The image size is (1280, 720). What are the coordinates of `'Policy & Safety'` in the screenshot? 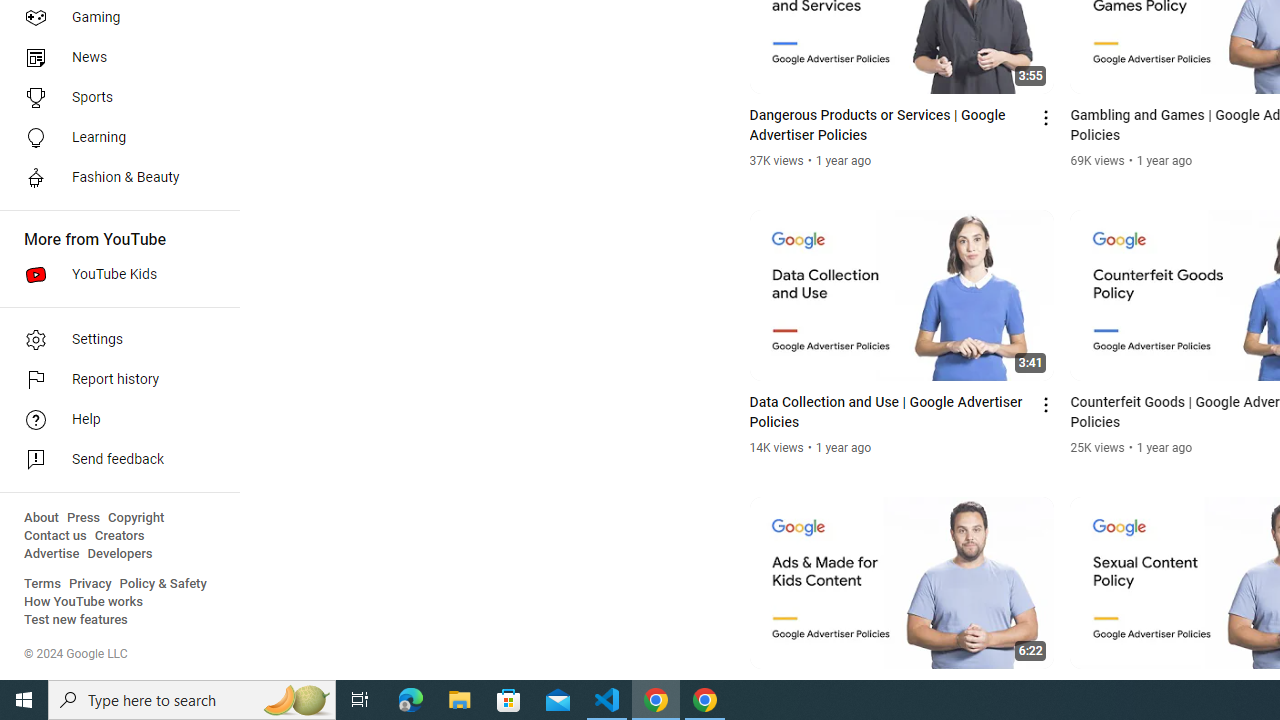 It's located at (163, 584).